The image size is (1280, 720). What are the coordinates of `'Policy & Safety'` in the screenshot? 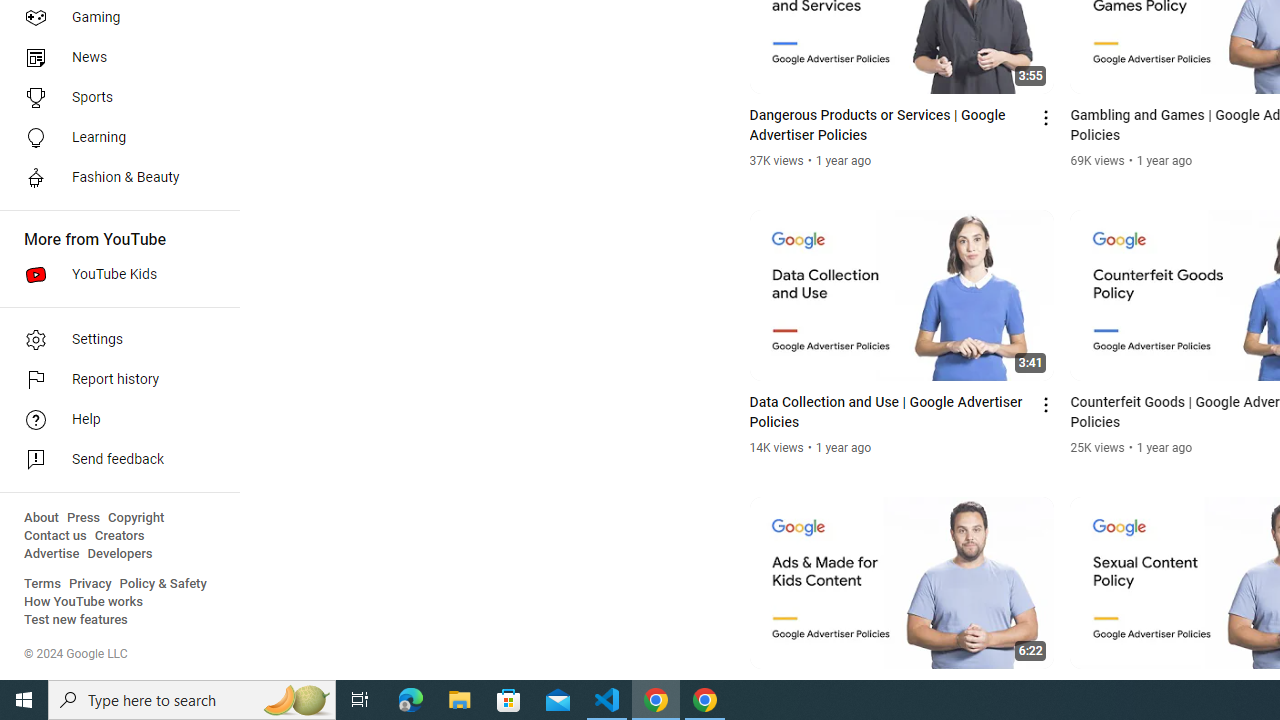 It's located at (163, 584).